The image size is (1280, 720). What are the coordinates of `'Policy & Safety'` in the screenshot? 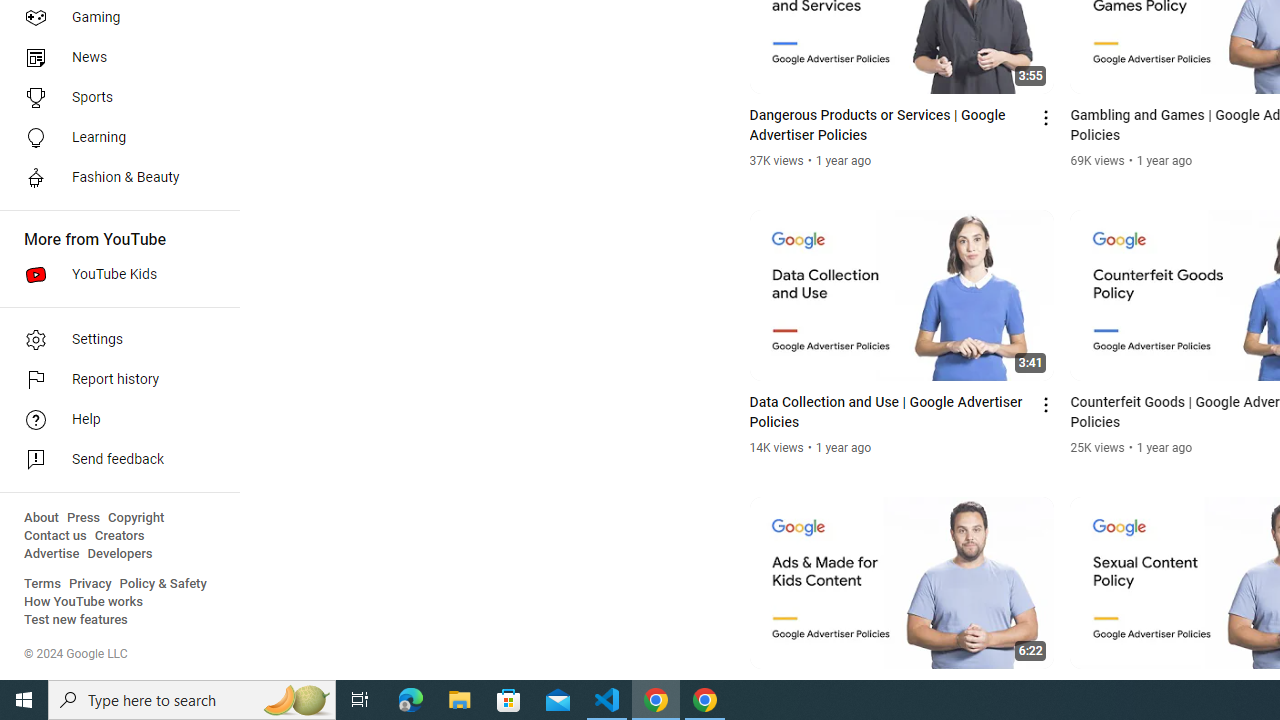 It's located at (163, 584).